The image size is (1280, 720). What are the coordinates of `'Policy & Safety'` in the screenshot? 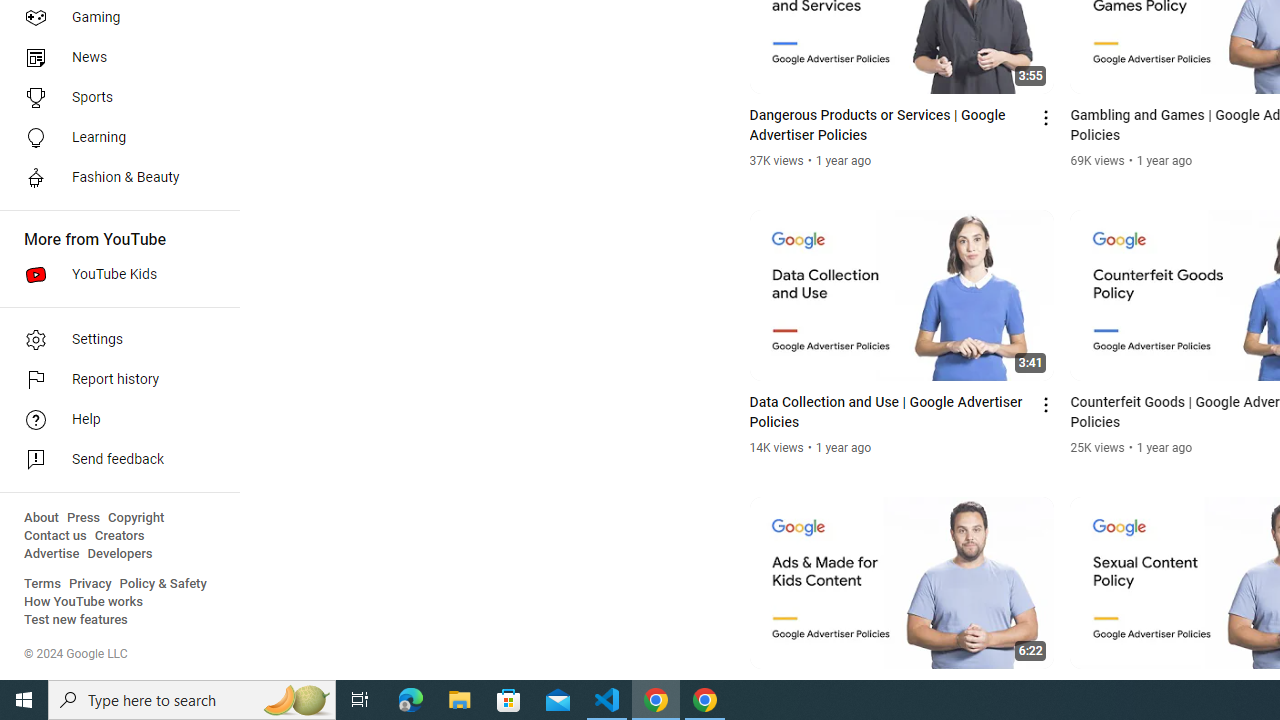 It's located at (163, 584).